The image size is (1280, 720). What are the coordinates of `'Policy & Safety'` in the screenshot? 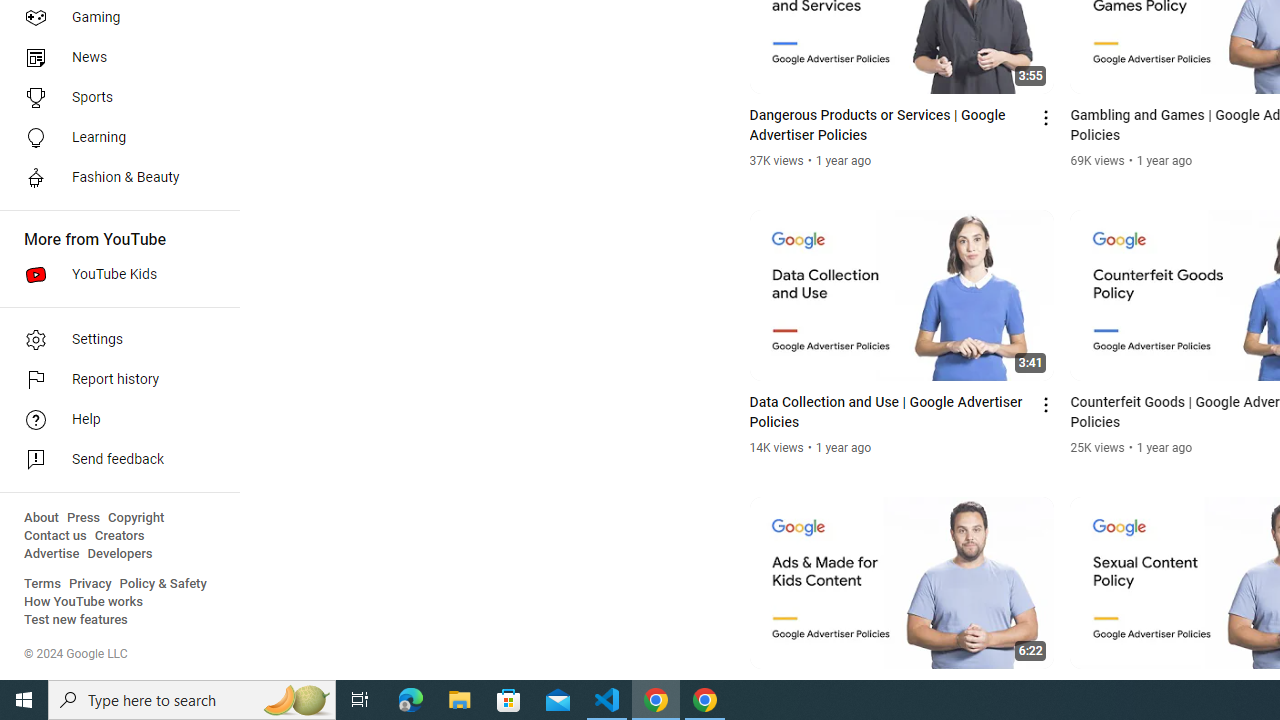 It's located at (163, 584).